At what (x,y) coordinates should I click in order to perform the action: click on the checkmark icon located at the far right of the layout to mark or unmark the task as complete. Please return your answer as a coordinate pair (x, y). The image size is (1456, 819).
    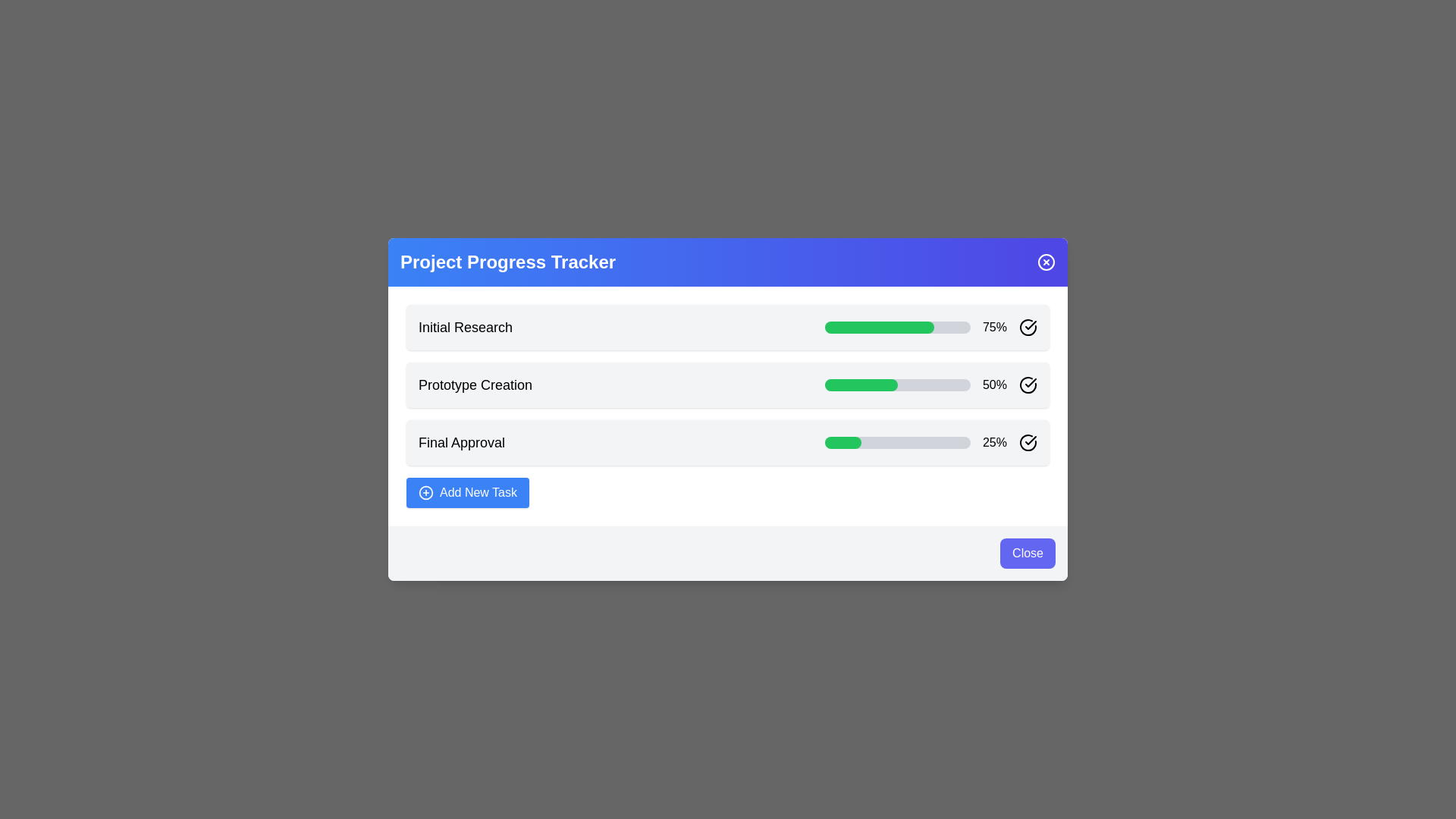
    Looking at the image, I should click on (1028, 384).